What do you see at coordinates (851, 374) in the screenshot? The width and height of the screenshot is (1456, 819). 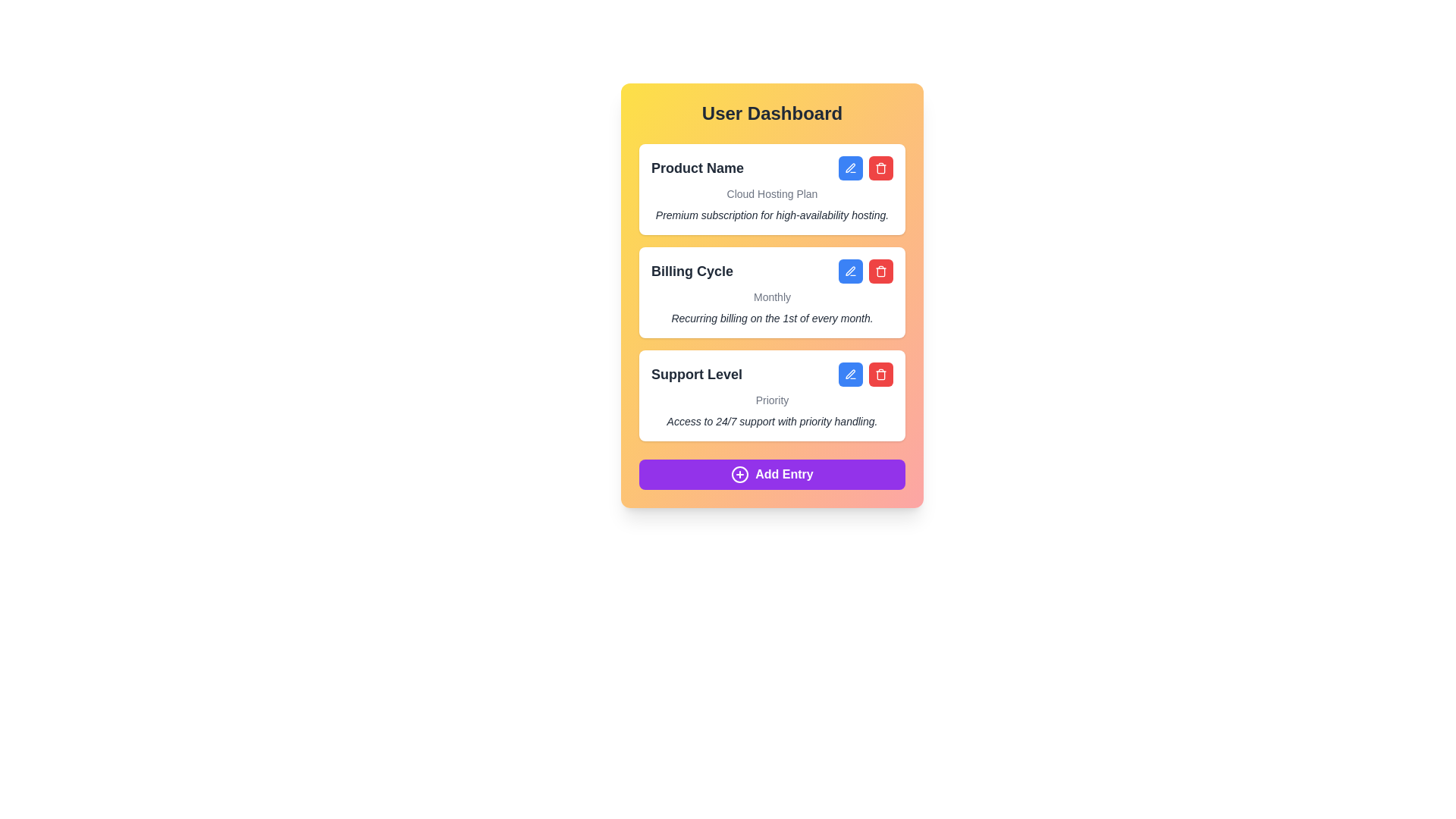 I see `the pen icon button with a blue background located in the last row of editable entries on the user dashboard` at bounding box center [851, 374].